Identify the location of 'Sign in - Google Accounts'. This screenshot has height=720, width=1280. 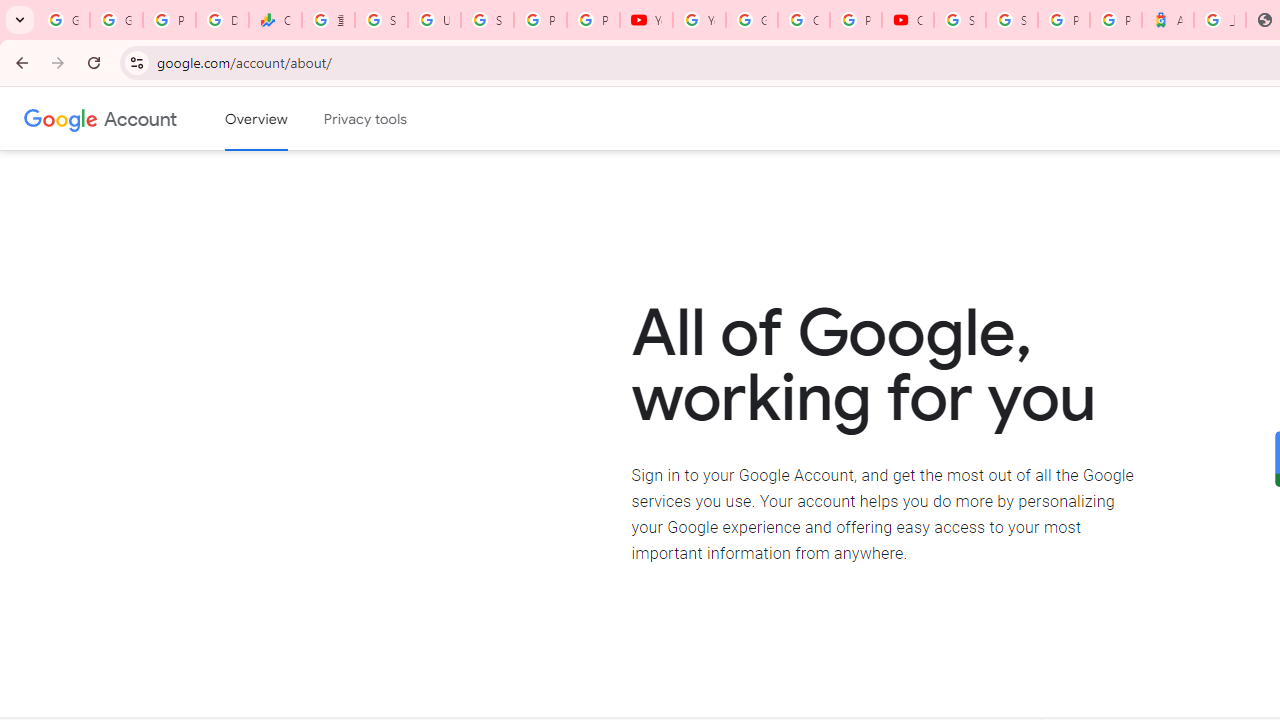
(1011, 20).